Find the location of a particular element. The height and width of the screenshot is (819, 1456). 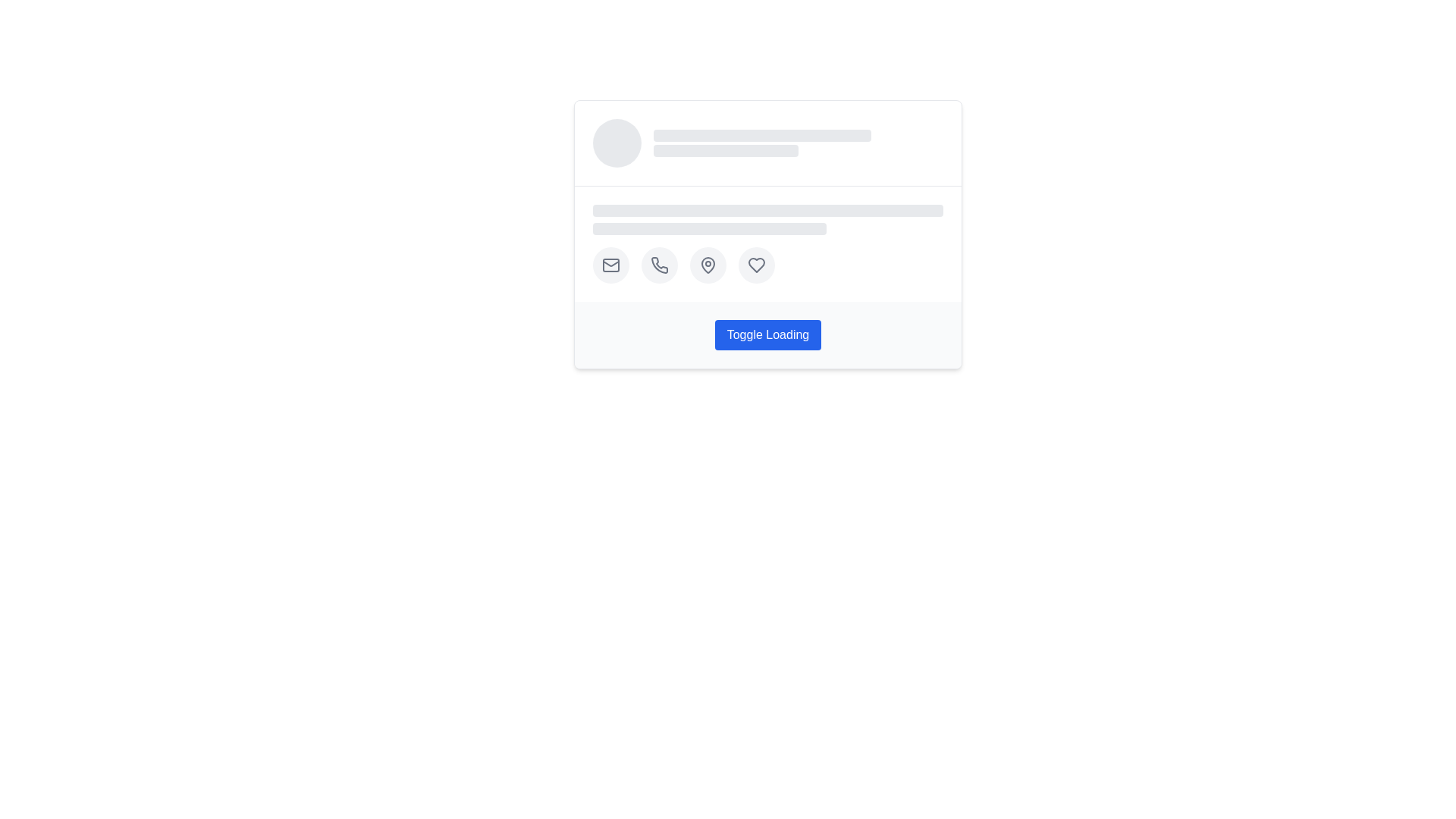

the gray envelope icon located prominently below the textual information is located at coordinates (611, 265).